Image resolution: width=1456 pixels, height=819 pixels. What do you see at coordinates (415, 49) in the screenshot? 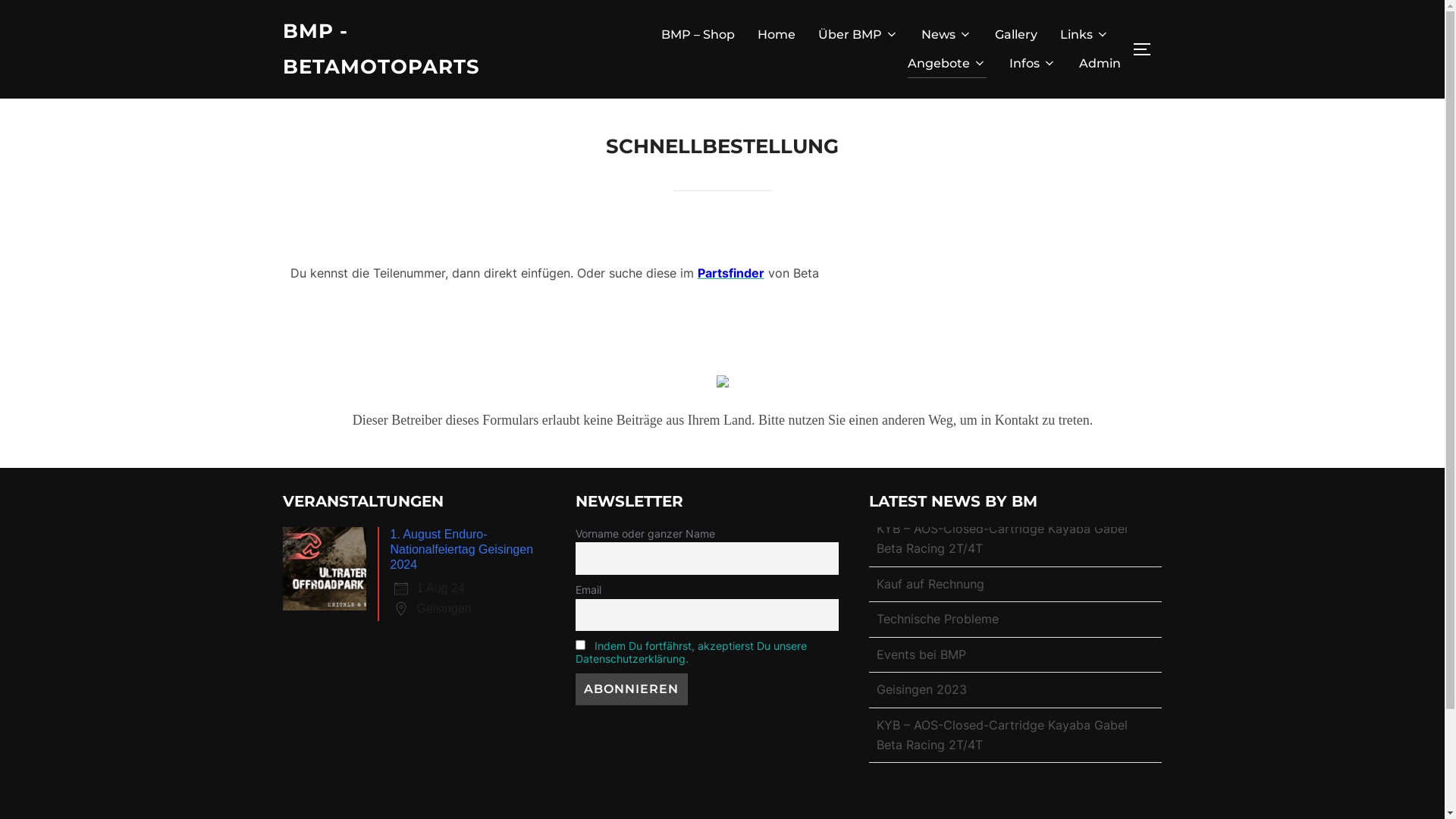
I see `'BMP - BETAMOTOPARTS'` at bounding box center [415, 49].